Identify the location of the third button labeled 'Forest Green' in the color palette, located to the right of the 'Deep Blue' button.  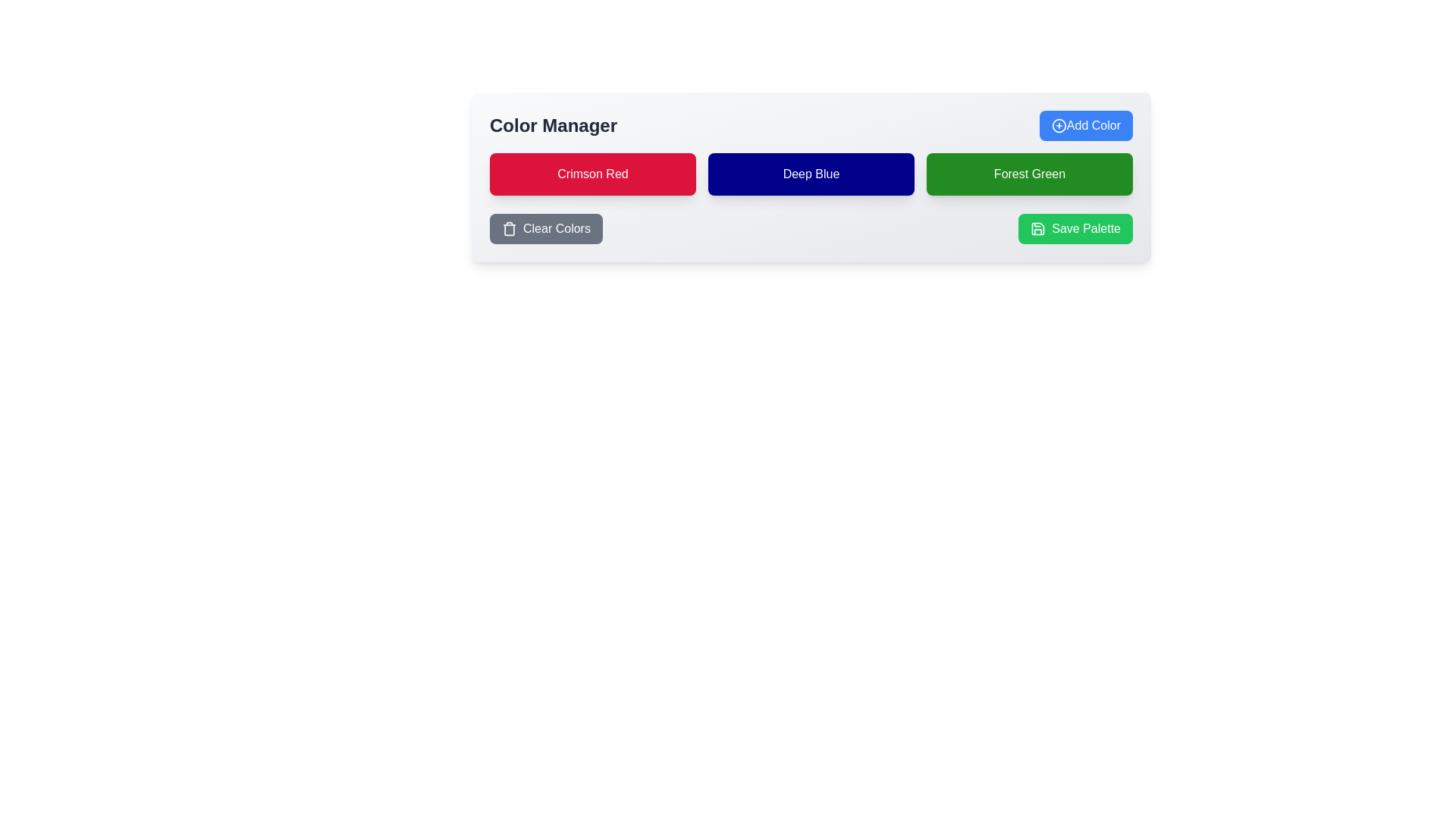
(1030, 174).